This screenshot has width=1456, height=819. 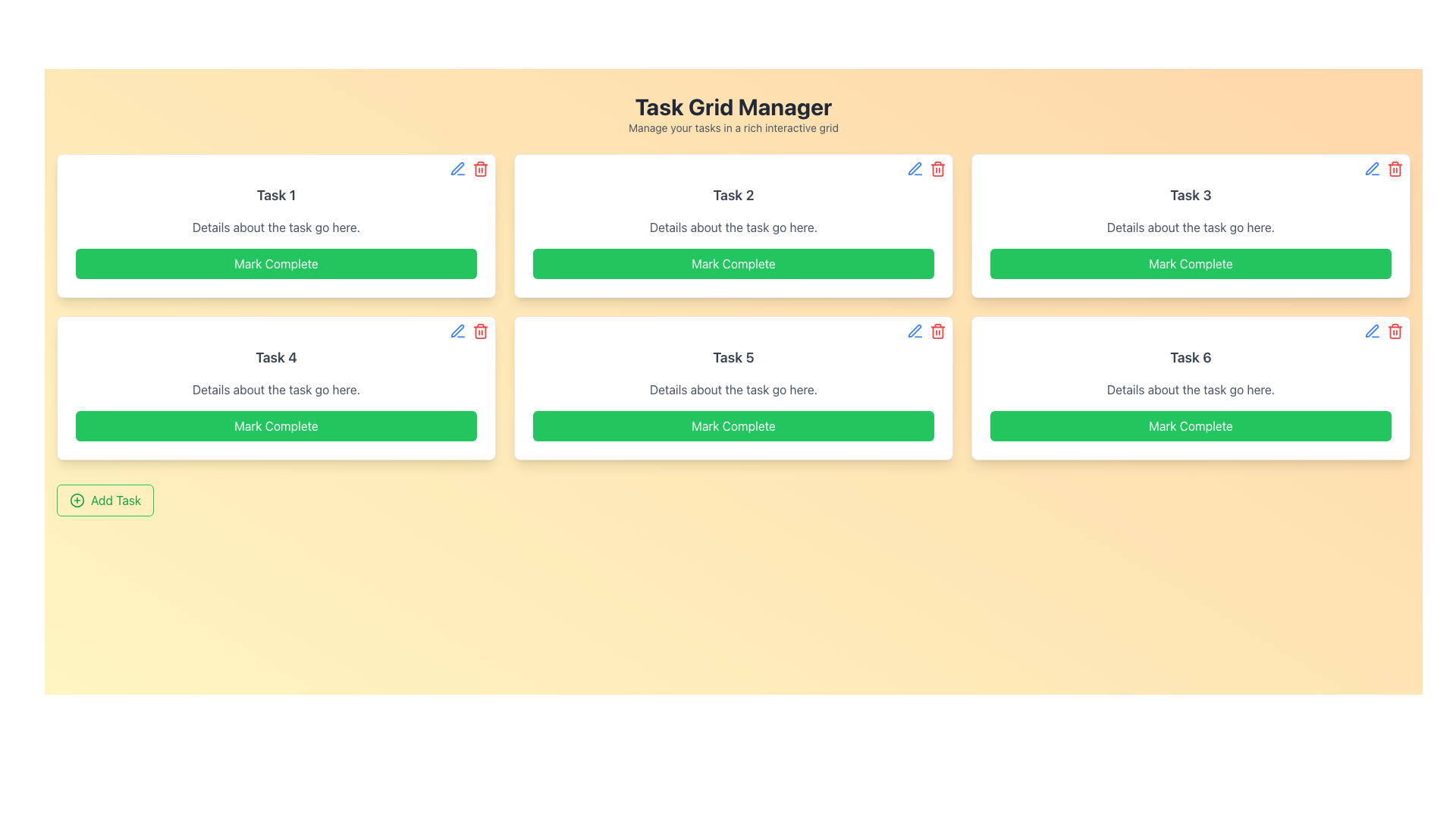 What do you see at coordinates (1190, 262) in the screenshot?
I see `the 'Mark Complete' button with rounded corners and a green background located at the bottom of the third card in the task grid` at bounding box center [1190, 262].